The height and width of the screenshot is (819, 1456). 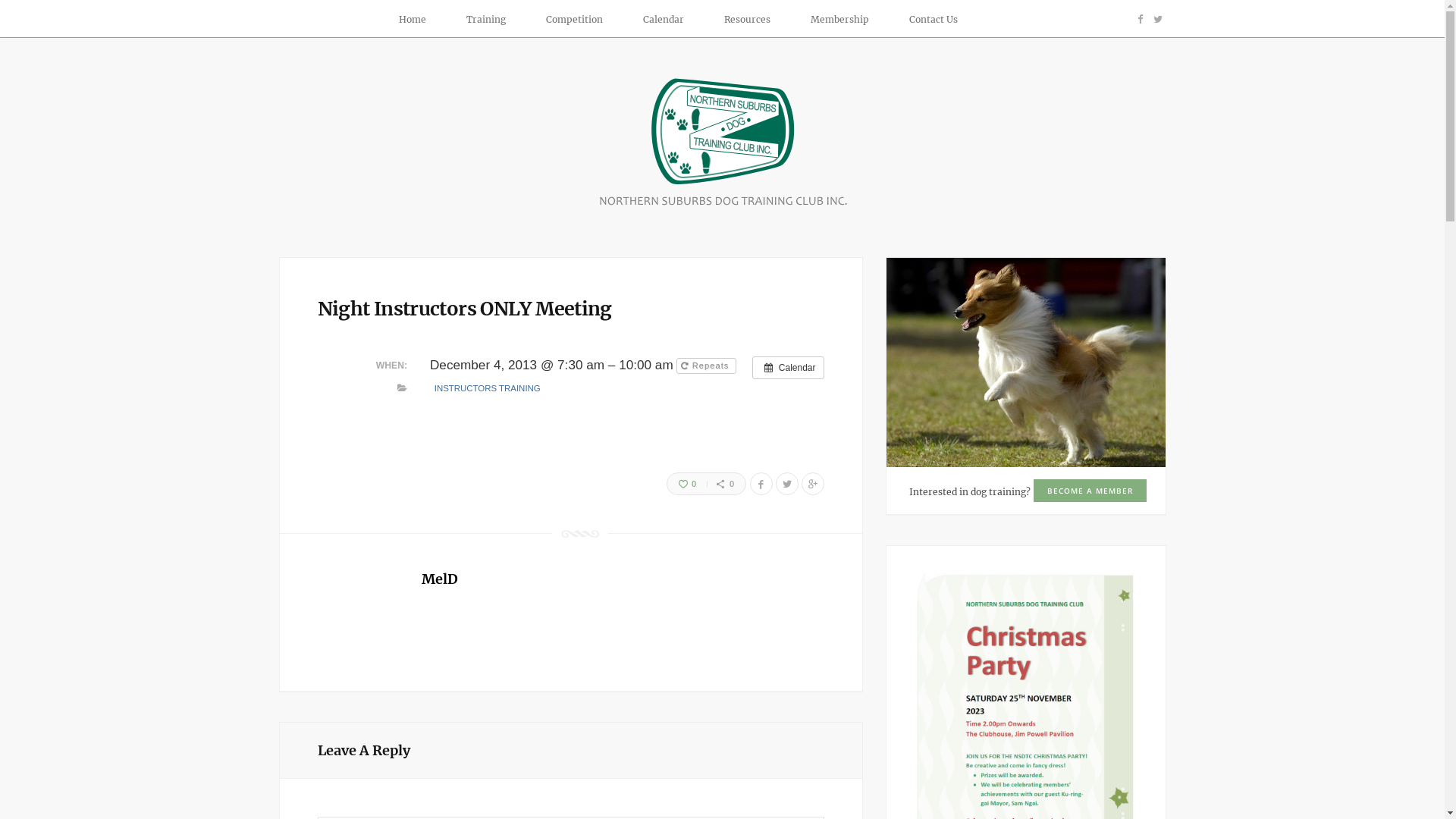 I want to click on 'MelD', so click(x=439, y=579).